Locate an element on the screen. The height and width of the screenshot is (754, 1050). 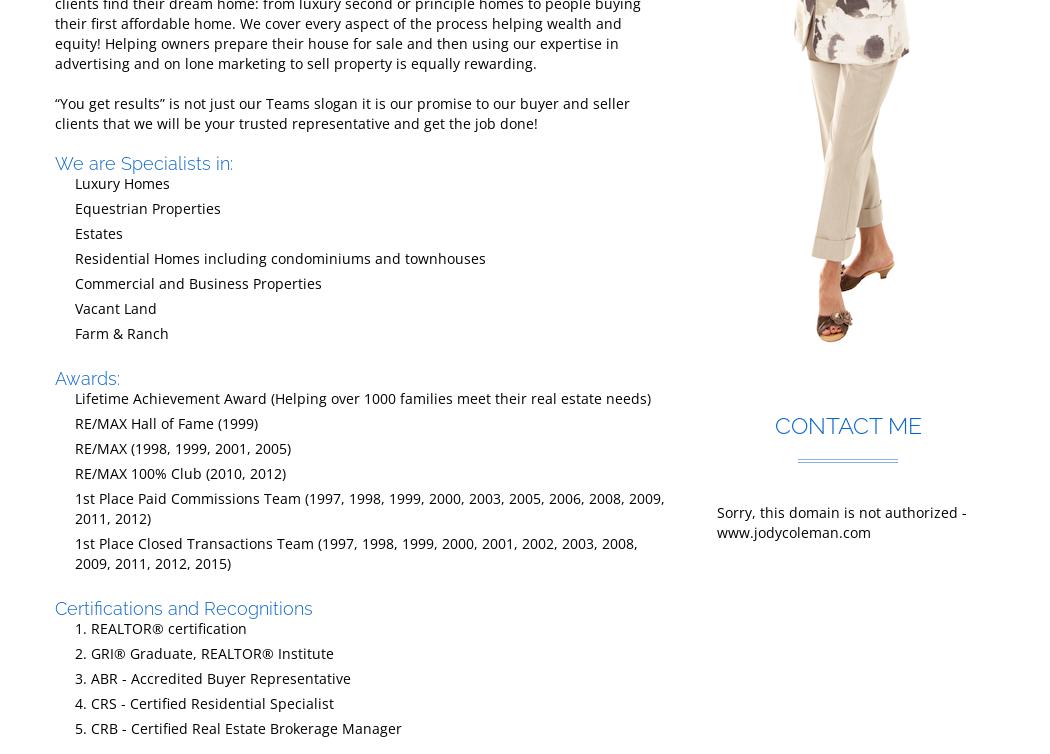
'RE/MAX Hall of Fame (1999)' is located at coordinates (73, 422).